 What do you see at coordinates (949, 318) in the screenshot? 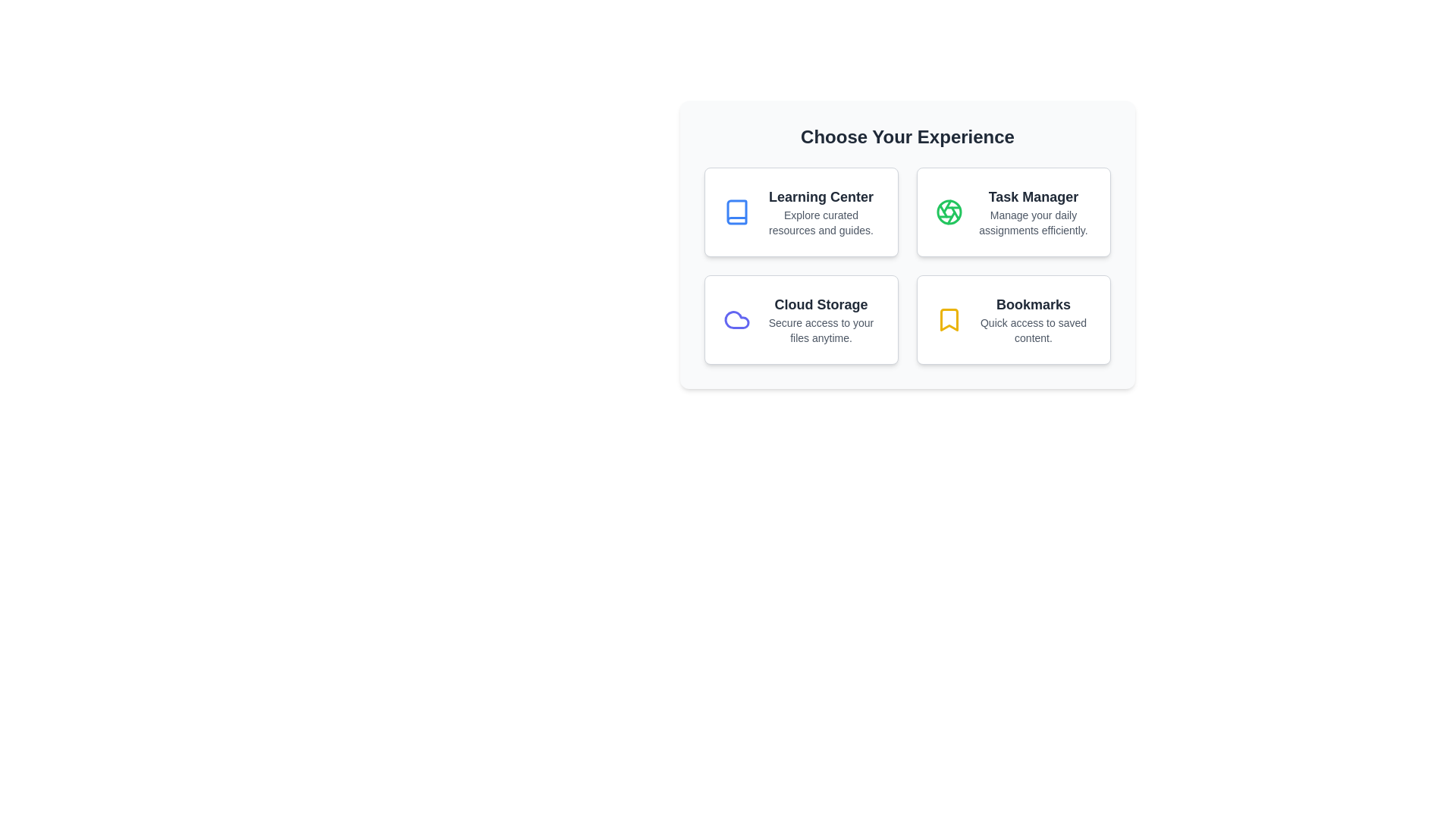
I see `the bright yellow bookmark-shaped icon located in the bottom-right quadrant of the 'Bookmarks' panel` at bounding box center [949, 318].